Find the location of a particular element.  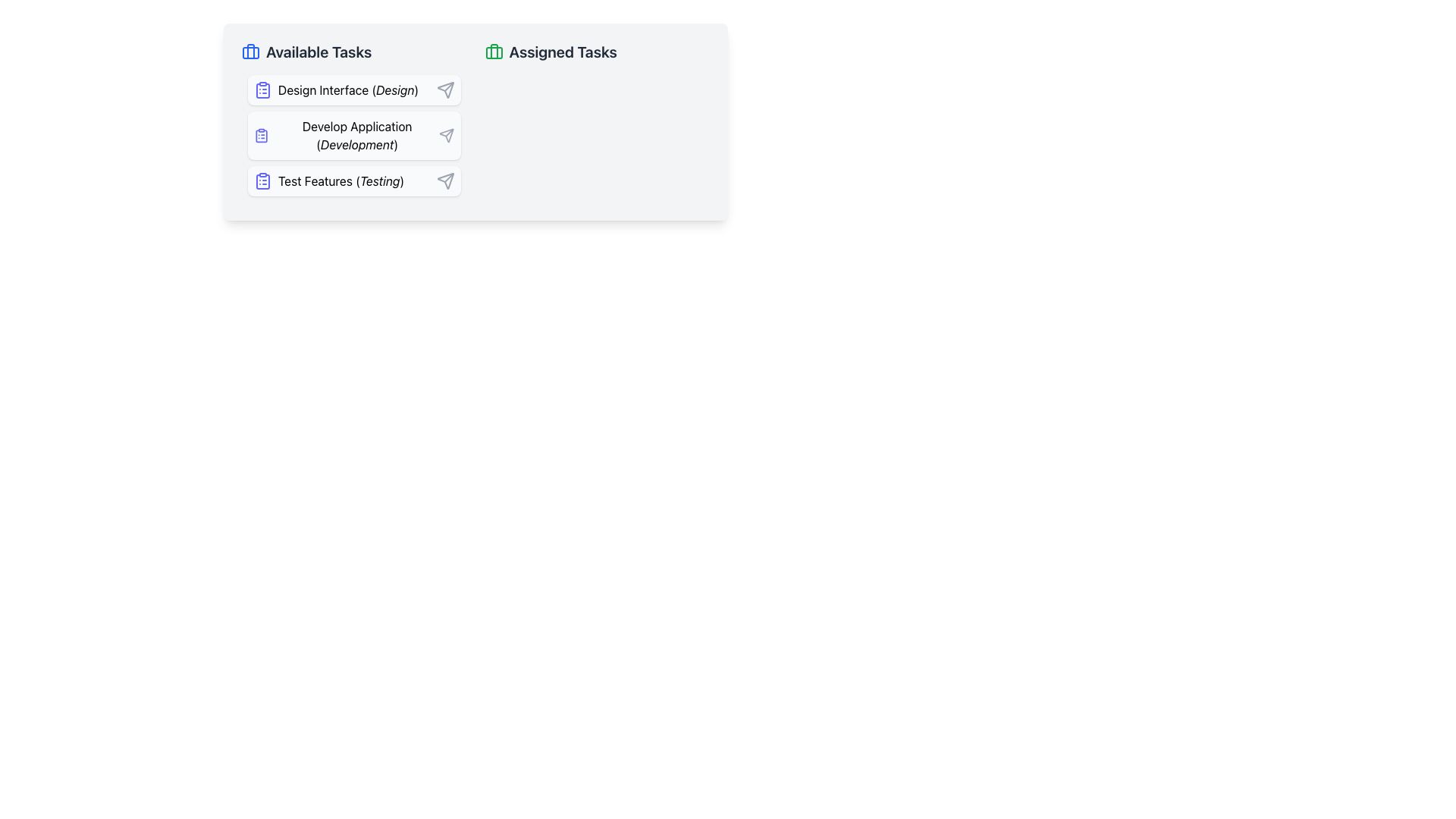

the text label 'Design Interface (Design)' which is the first entry in the 'Available Tasks' section is located at coordinates (347, 90).